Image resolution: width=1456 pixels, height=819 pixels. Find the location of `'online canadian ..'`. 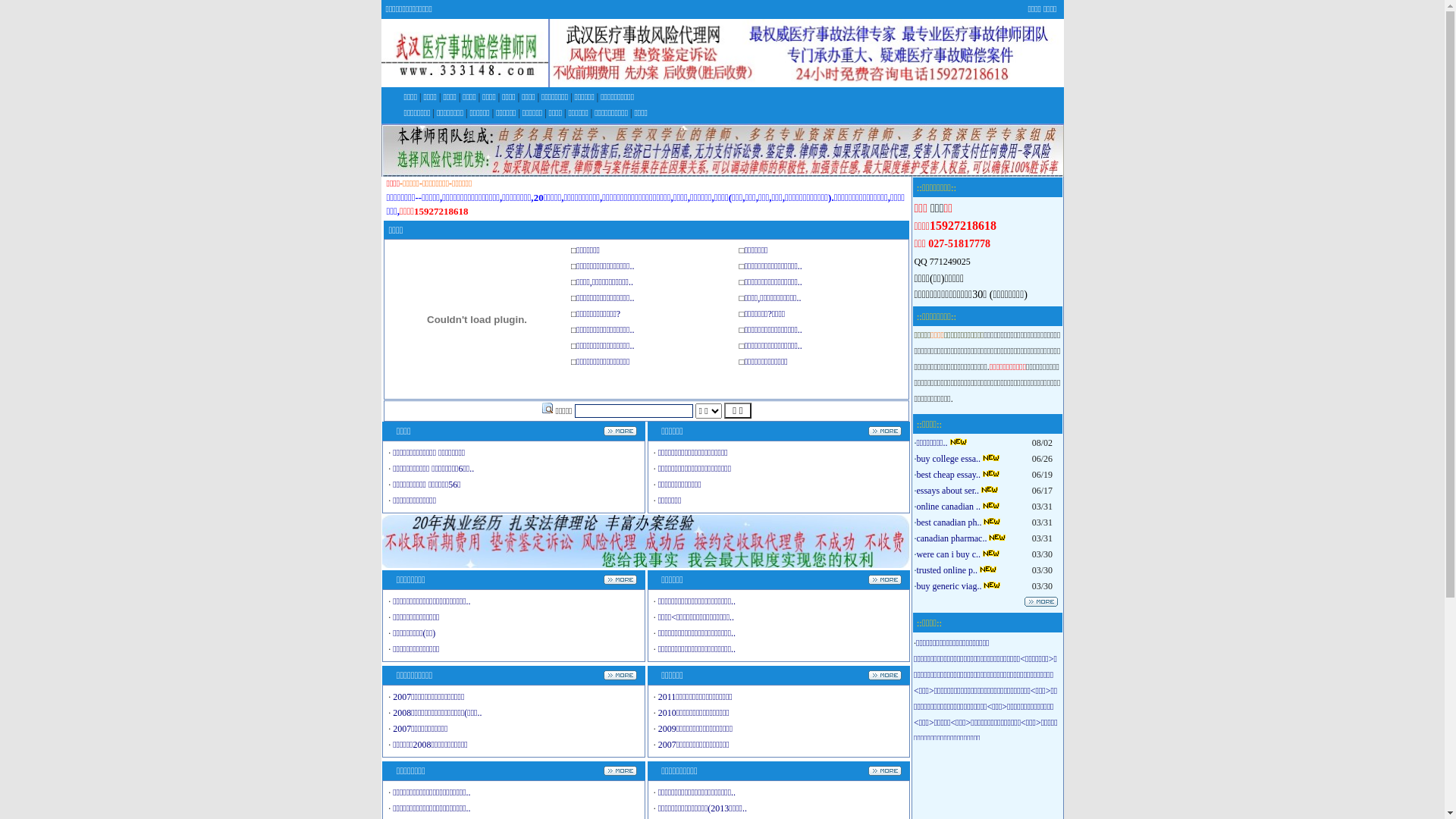

'online canadian ..' is located at coordinates (947, 506).